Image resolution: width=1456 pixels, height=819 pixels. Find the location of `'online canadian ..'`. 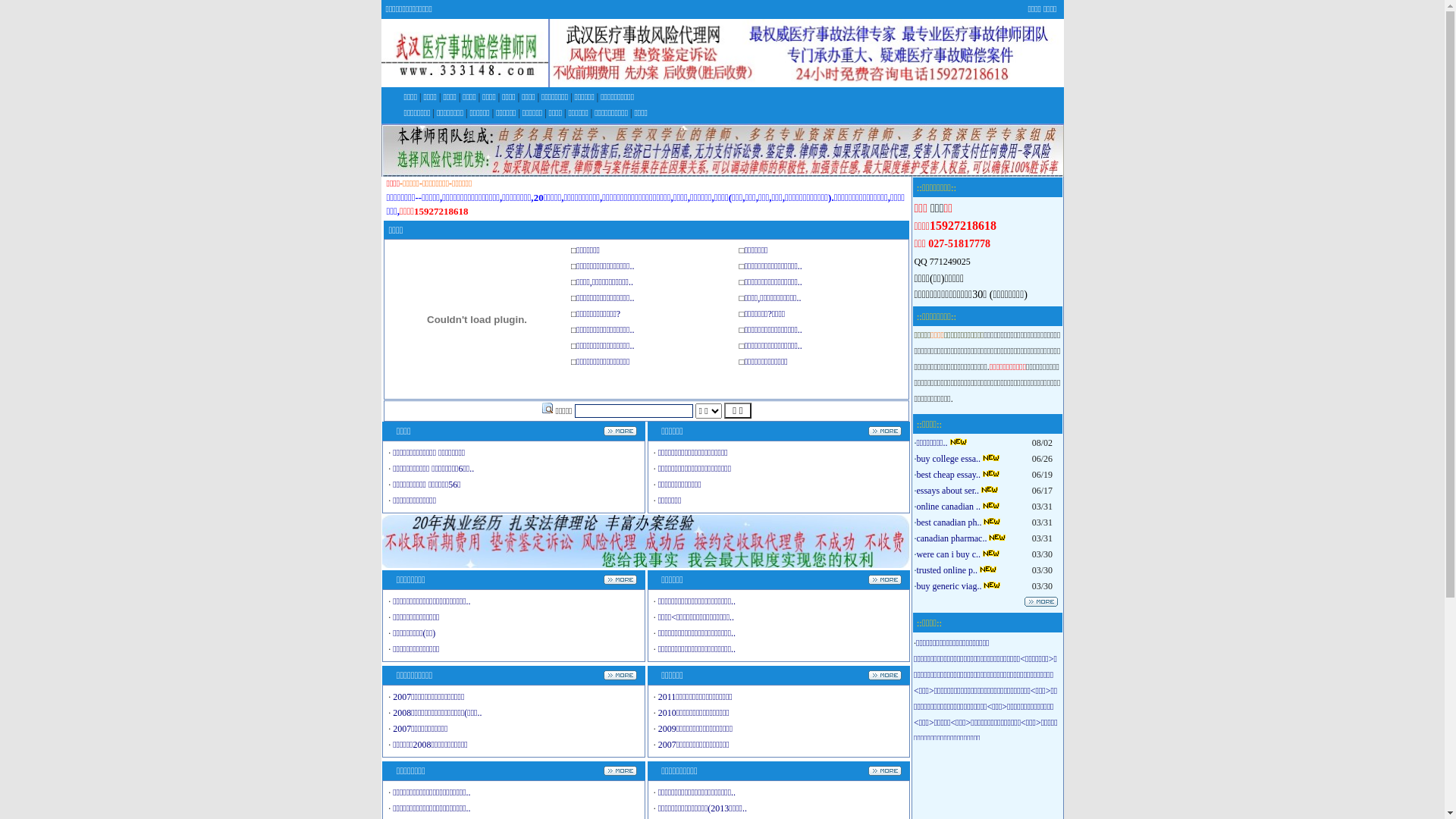

'online canadian ..' is located at coordinates (947, 506).